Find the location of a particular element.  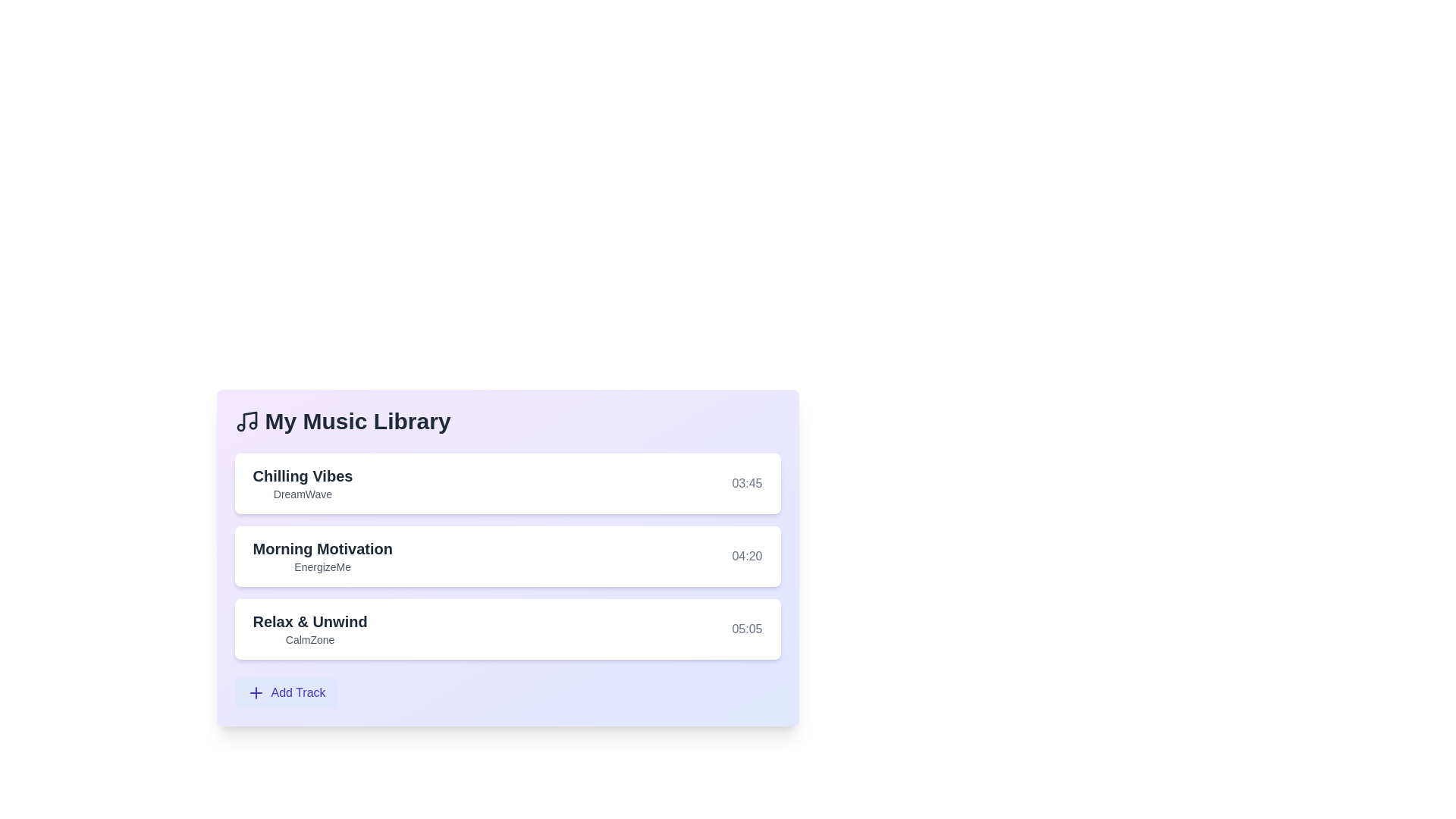

the track titled Morning Motivation is located at coordinates (322, 549).